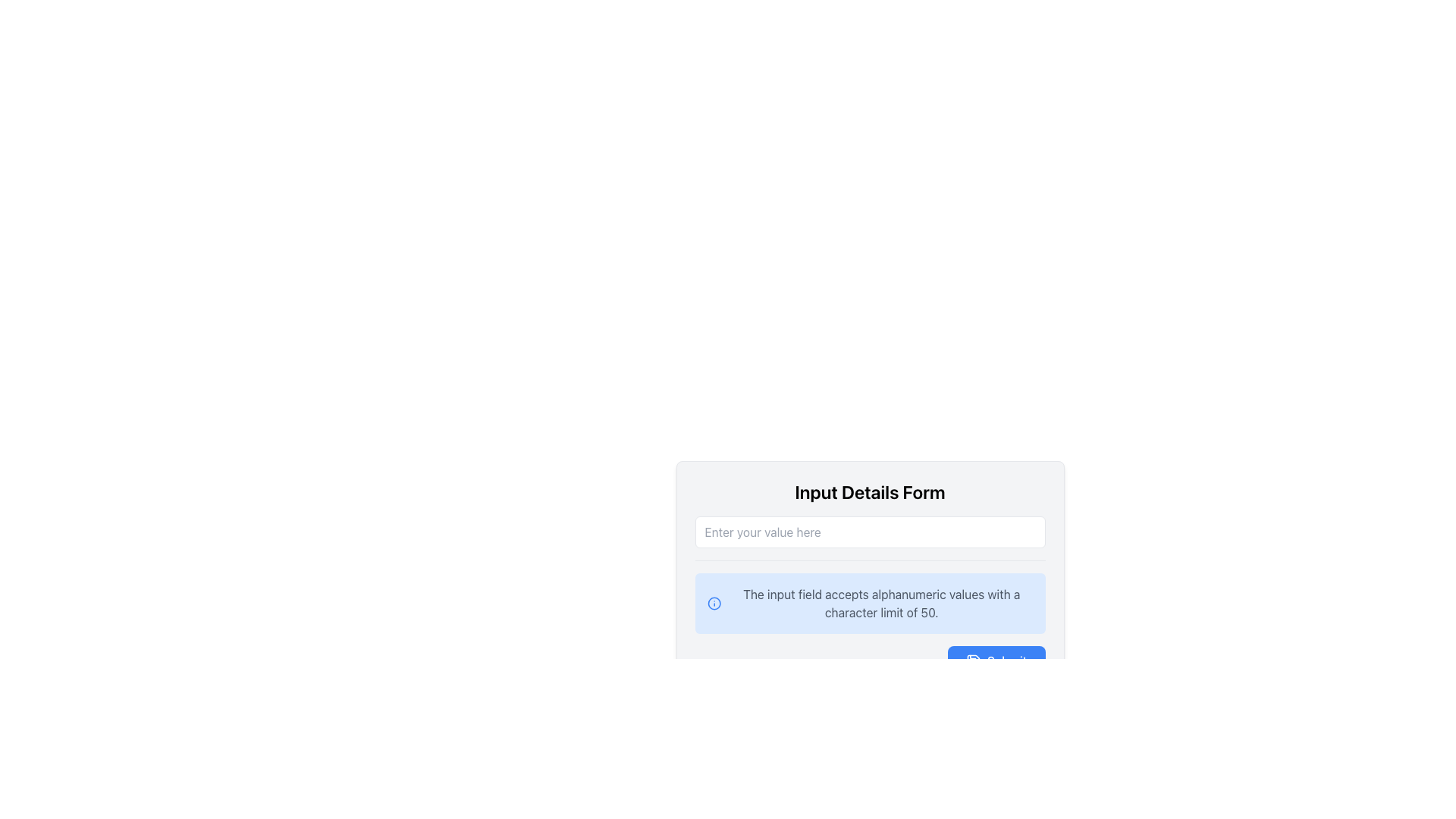 The height and width of the screenshot is (819, 1456). What do you see at coordinates (870, 578) in the screenshot?
I see `information provided in the light blue Informational Box located between the input field and the 'Submit' button` at bounding box center [870, 578].